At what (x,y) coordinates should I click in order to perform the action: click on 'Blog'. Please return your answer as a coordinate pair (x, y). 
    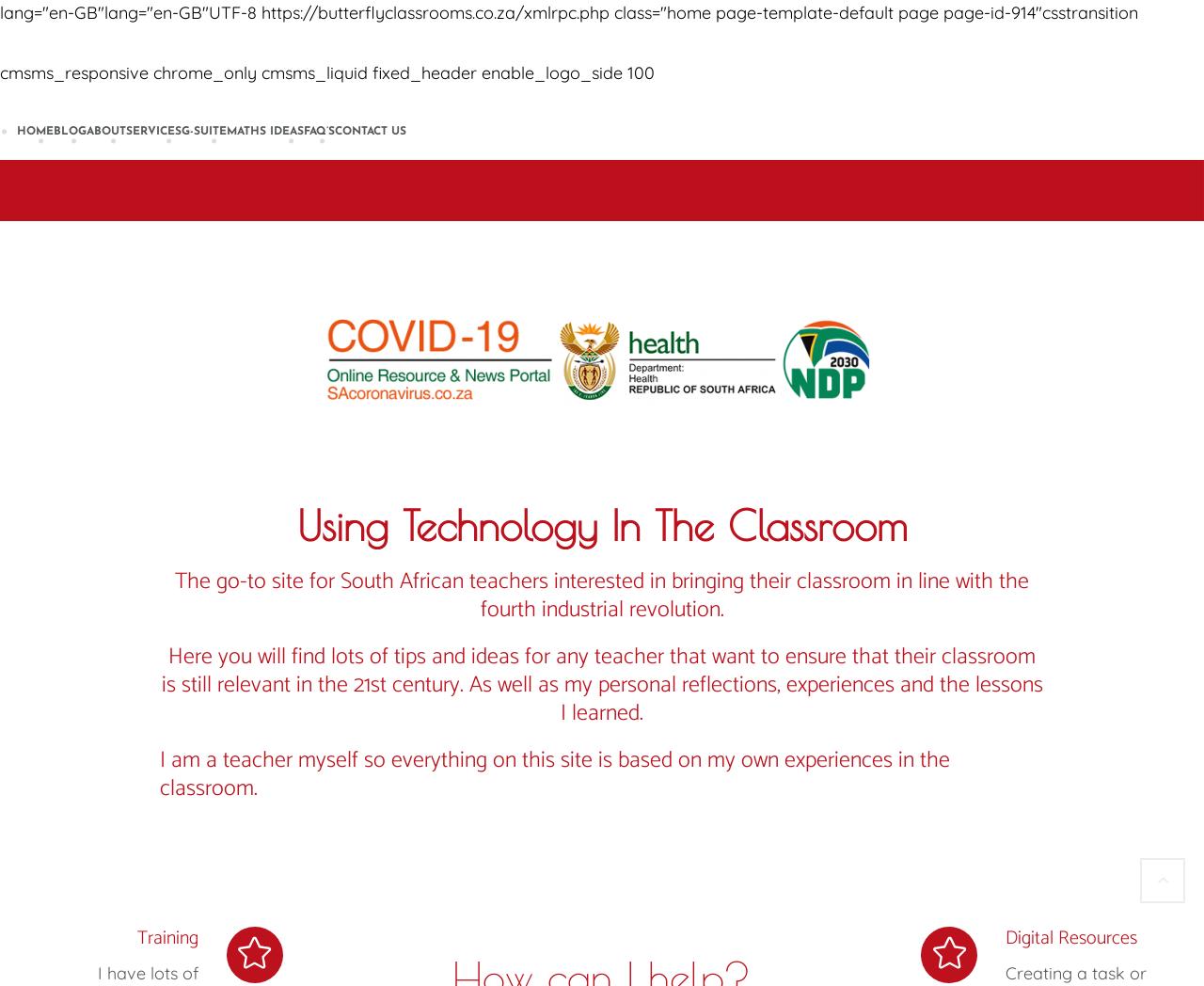
    Looking at the image, I should click on (70, 132).